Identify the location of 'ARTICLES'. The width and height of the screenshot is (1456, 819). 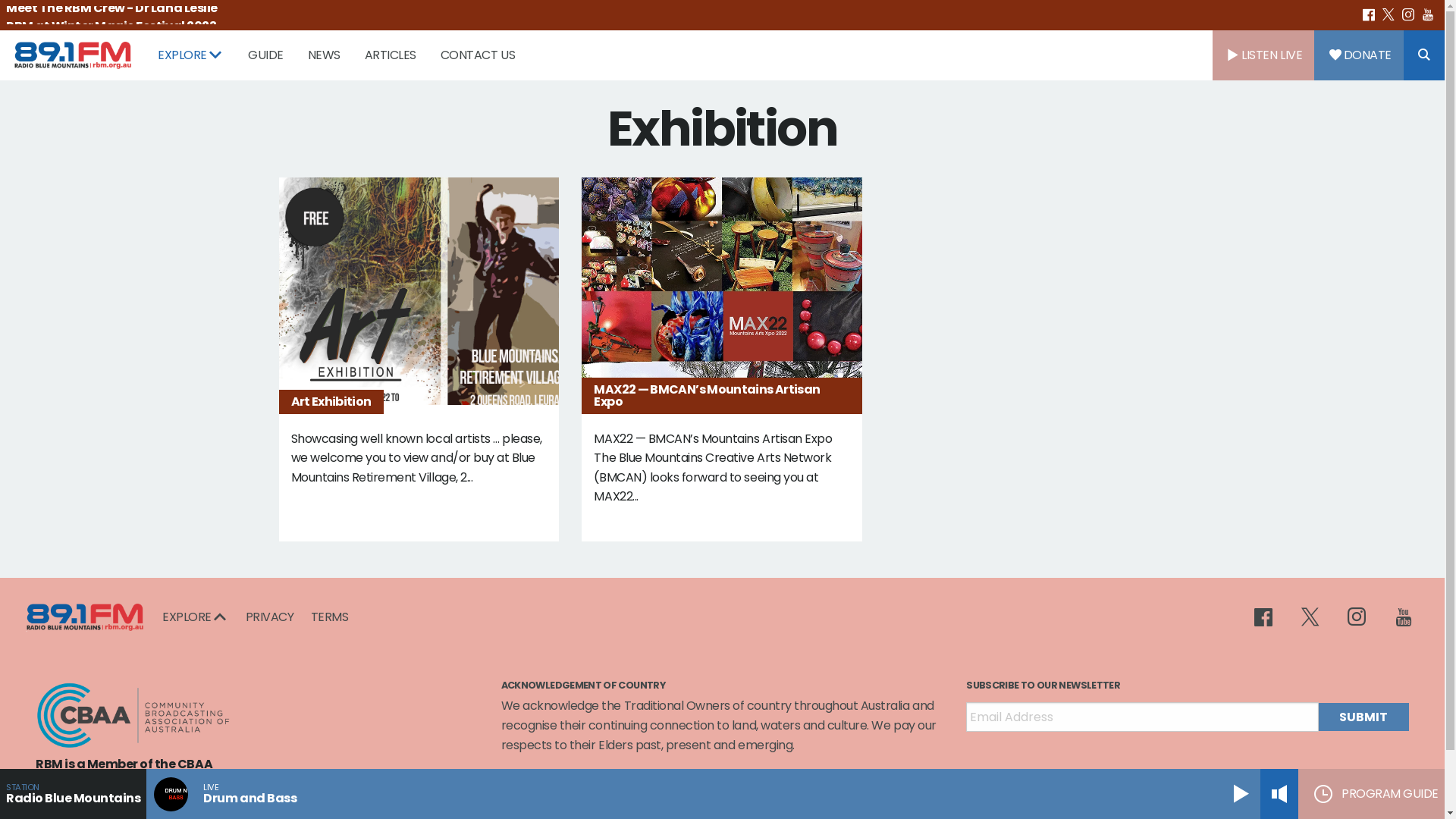
(390, 55).